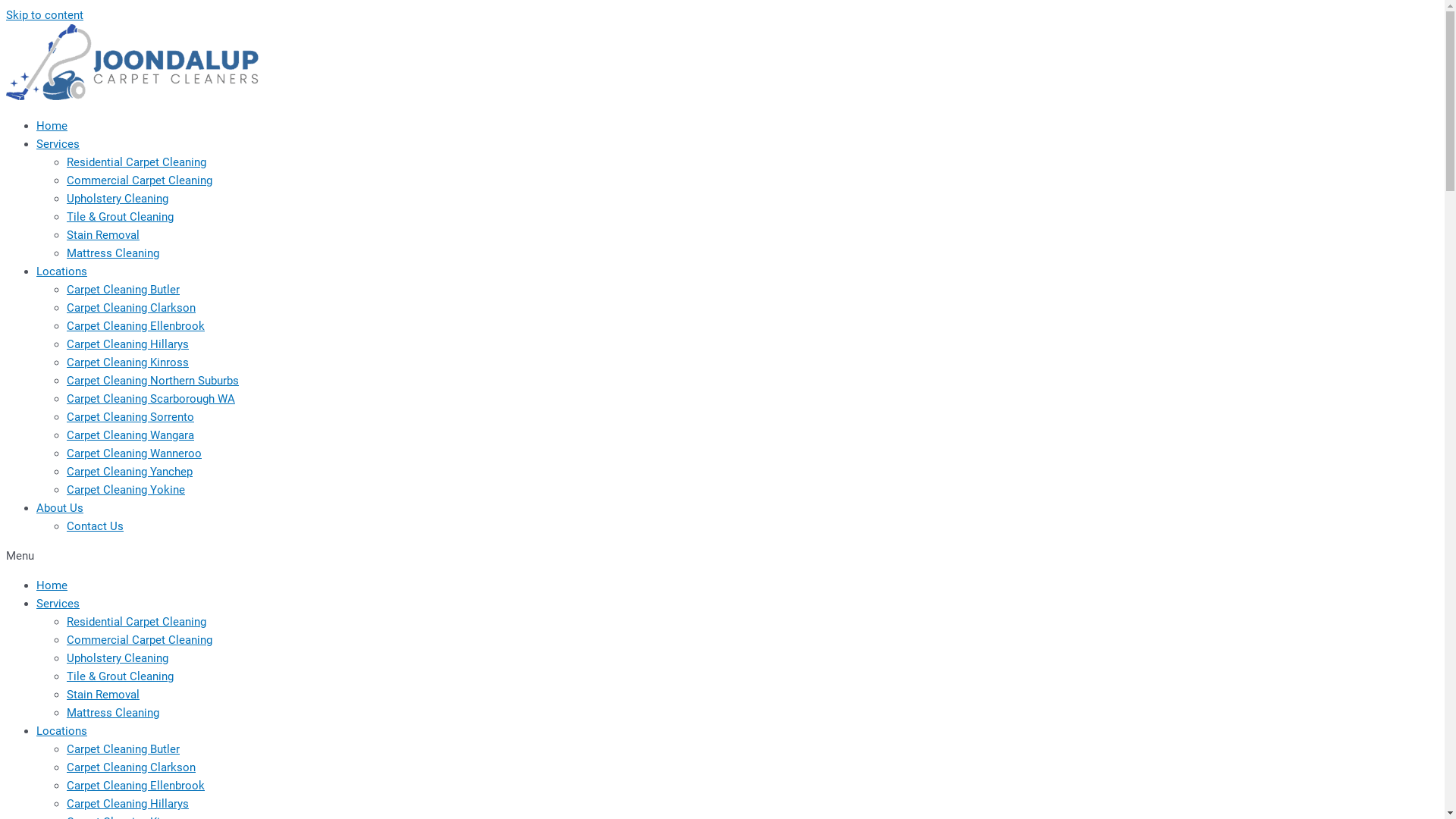  What do you see at coordinates (127, 344) in the screenshot?
I see `'Carpet Cleaning Hillarys'` at bounding box center [127, 344].